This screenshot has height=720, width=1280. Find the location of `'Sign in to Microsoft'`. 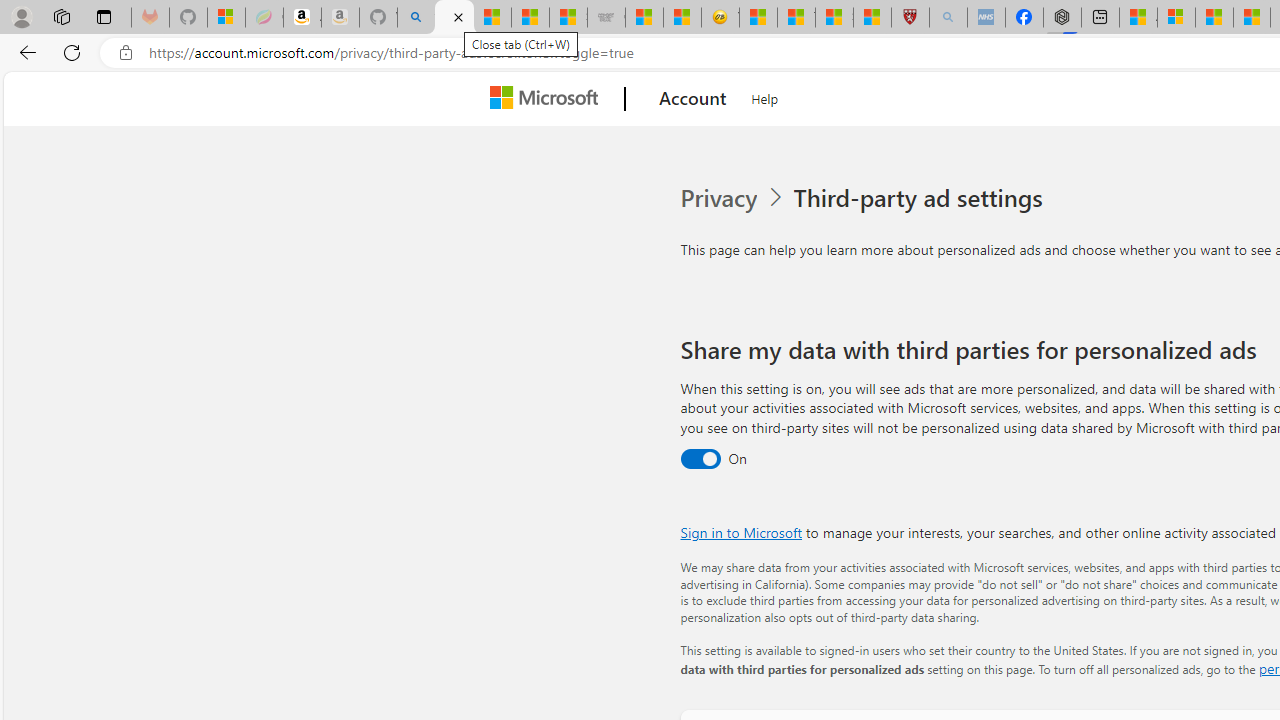

'Sign in to Microsoft' is located at coordinates (740, 531).